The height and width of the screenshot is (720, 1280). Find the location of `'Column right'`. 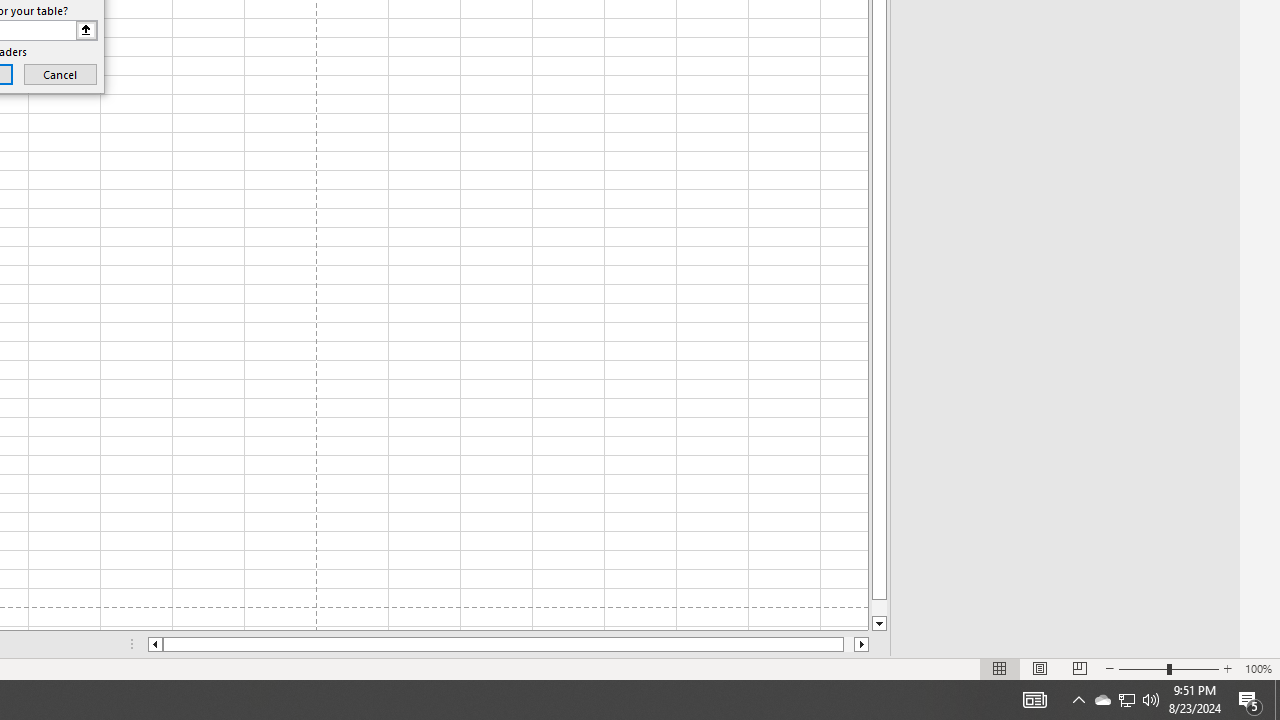

'Column right' is located at coordinates (862, 644).